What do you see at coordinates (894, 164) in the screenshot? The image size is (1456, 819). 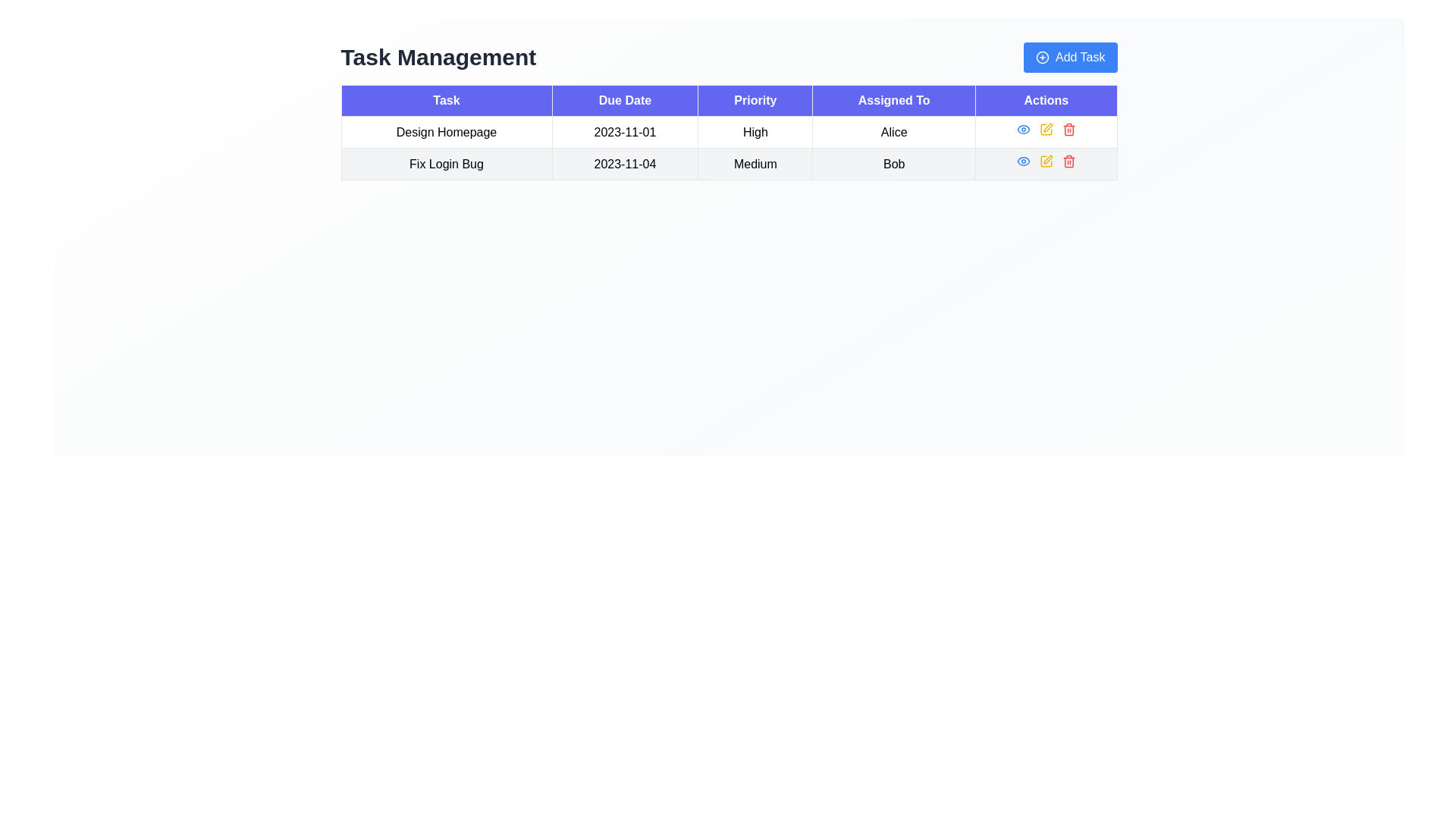 I see `the read-only text field displaying the assignee of the task in the fourth column of the second row in the table` at bounding box center [894, 164].